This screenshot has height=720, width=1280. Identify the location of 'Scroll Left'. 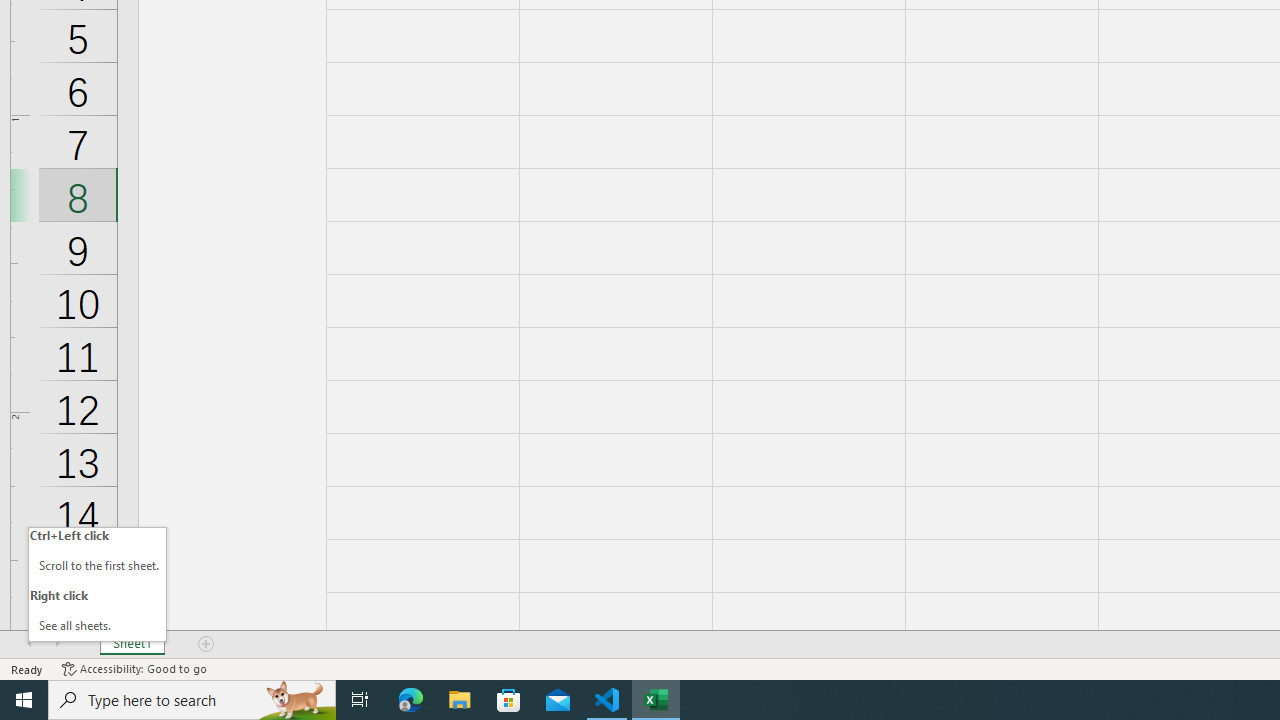
(29, 644).